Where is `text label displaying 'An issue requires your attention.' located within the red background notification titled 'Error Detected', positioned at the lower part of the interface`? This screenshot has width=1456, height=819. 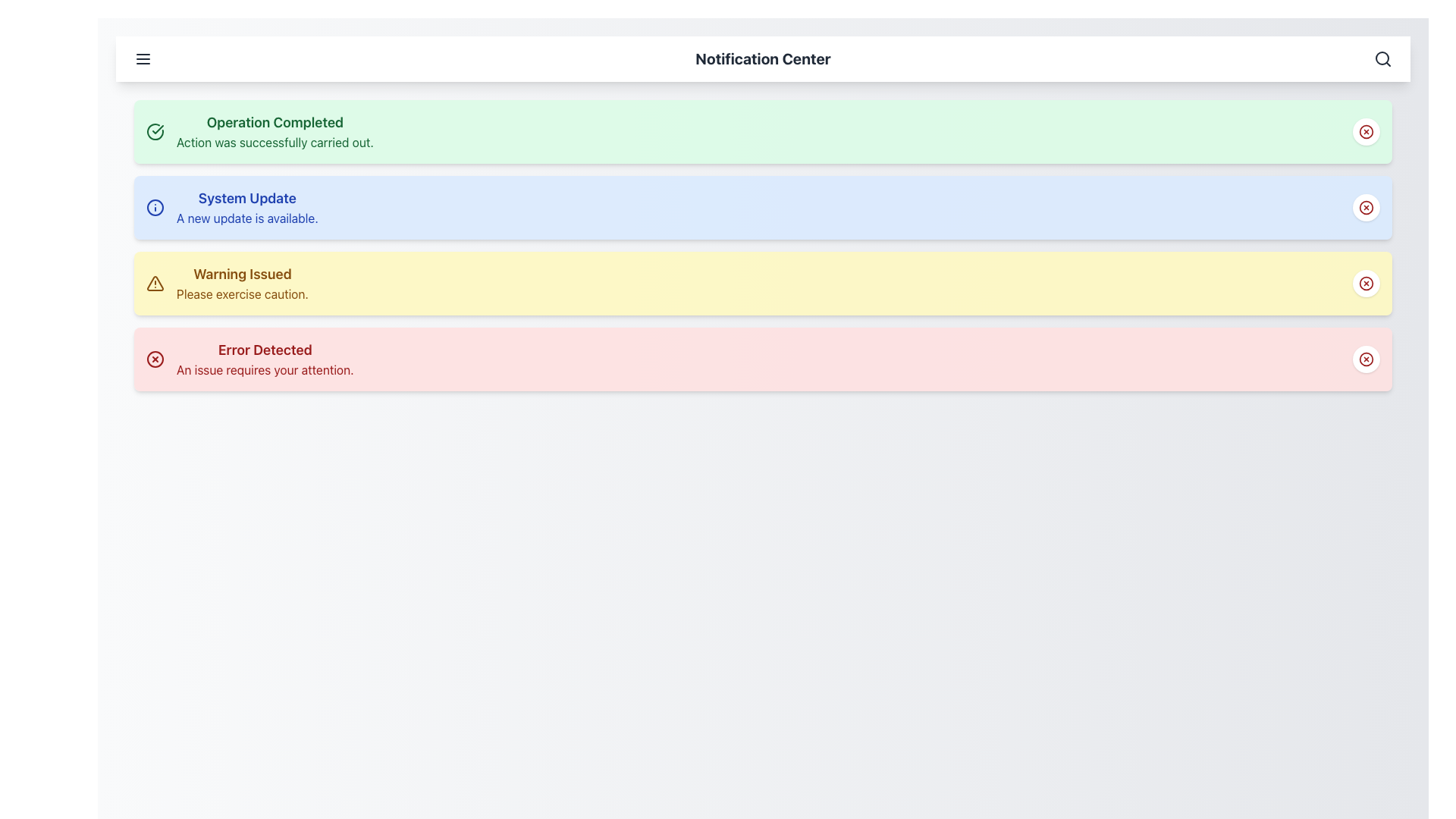 text label displaying 'An issue requires your attention.' located within the red background notification titled 'Error Detected', positioned at the lower part of the interface is located at coordinates (265, 370).